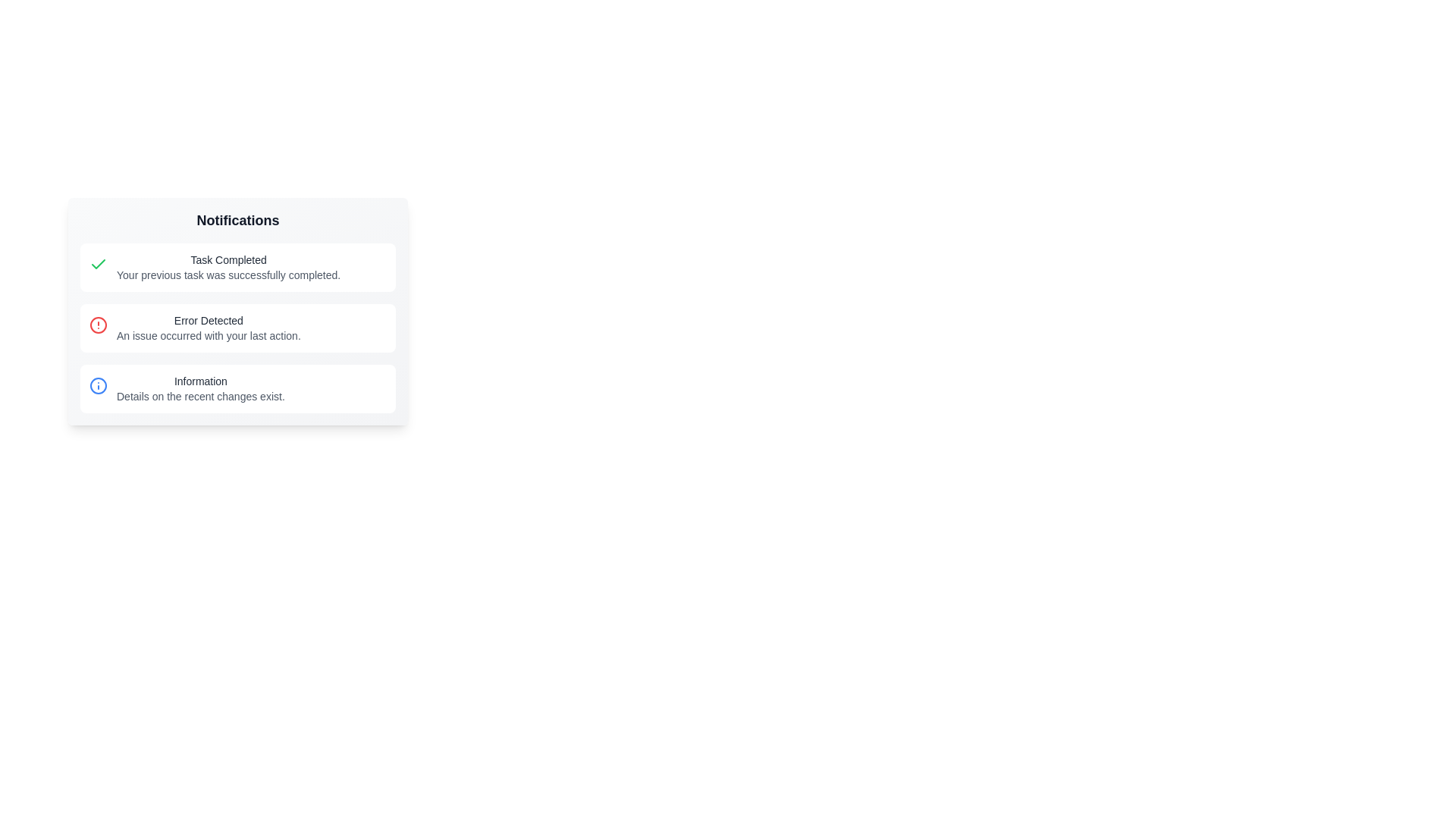  What do you see at coordinates (208, 335) in the screenshot?
I see `text passage that states 'An issue occurred with your last action.' located centrally in the notification panel, under the 'Error Detected' heading` at bounding box center [208, 335].